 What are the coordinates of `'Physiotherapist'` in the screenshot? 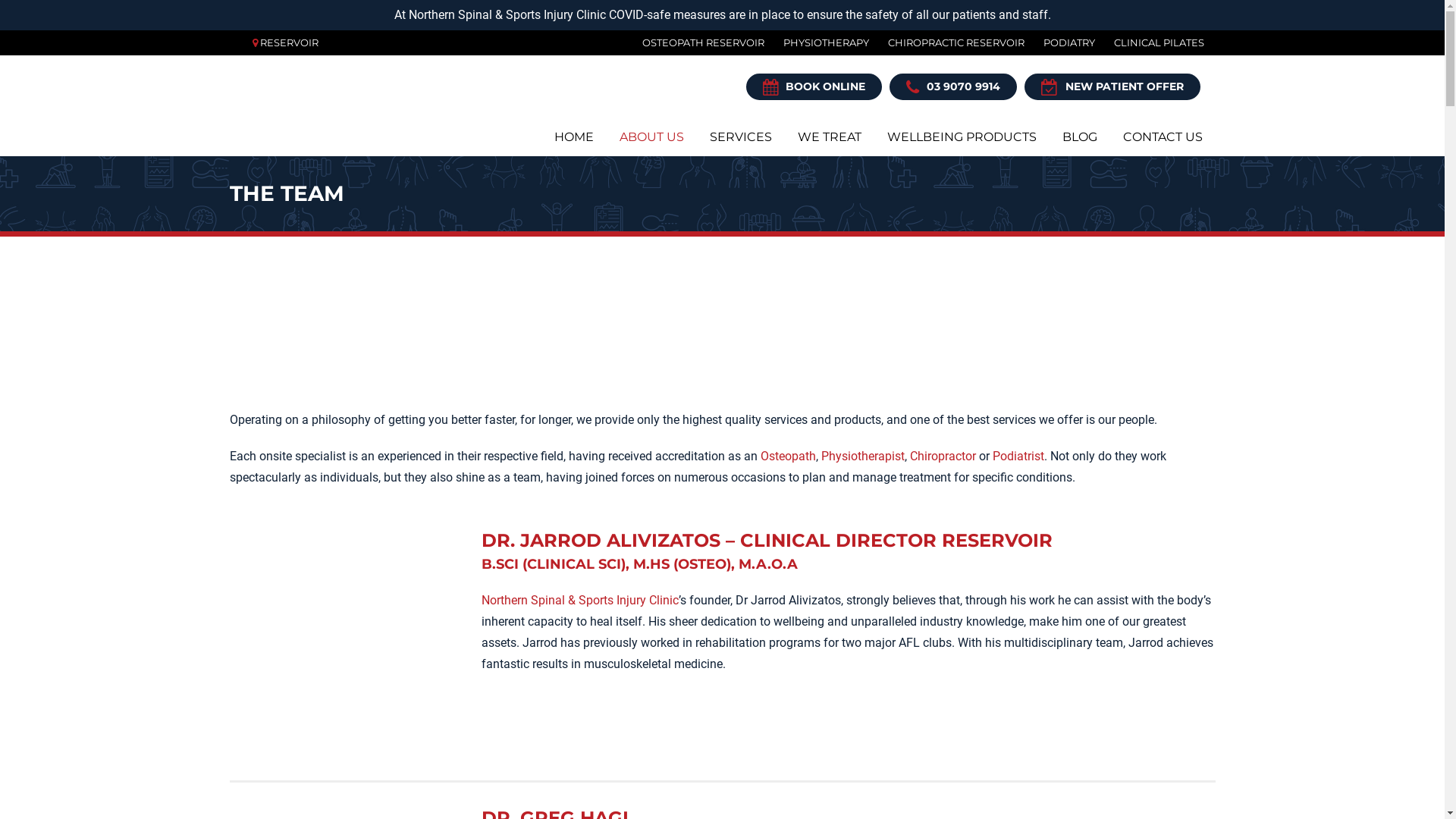 It's located at (862, 455).